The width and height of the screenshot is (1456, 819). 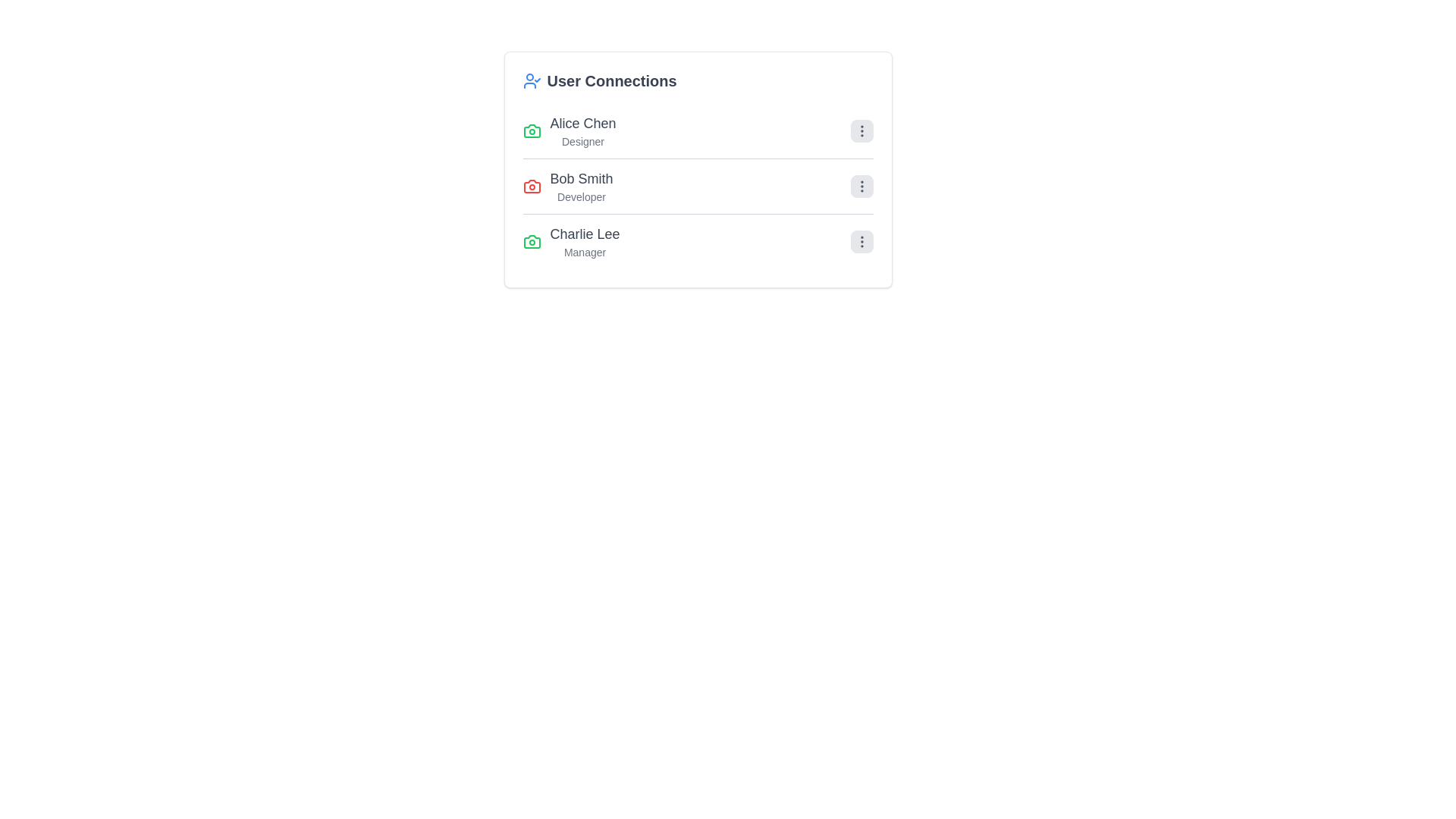 What do you see at coordinates (532, 186) in the screenshot?
I see `the red camera icon with rounded edges and a circular lens, located to the immediate left of the text 'Bob Smith' in the 'User Connections' list` at bounding box center [532, 186].